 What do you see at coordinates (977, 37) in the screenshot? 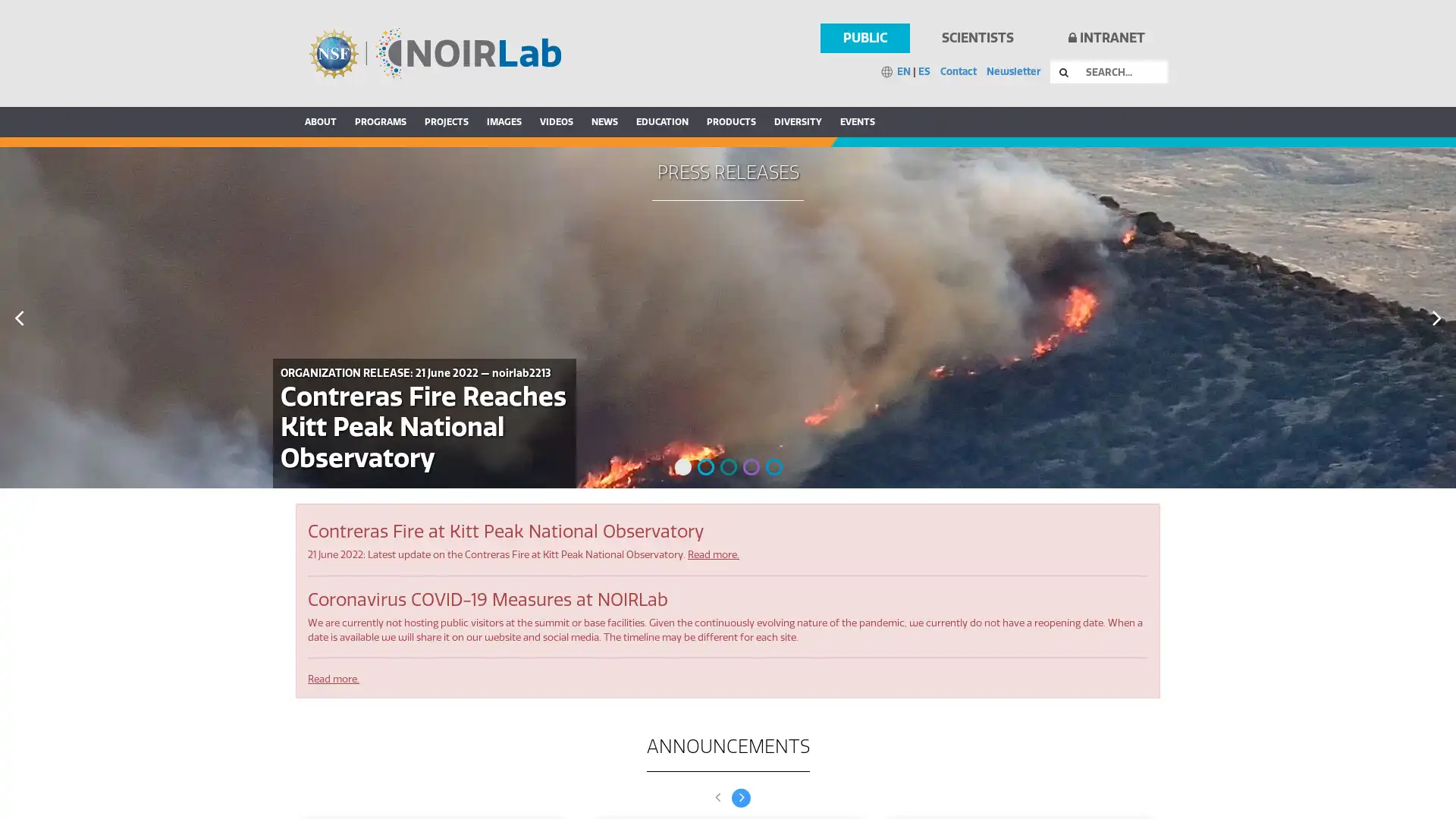
I see `SCIENTISTS` at bounding box center [977, 37].